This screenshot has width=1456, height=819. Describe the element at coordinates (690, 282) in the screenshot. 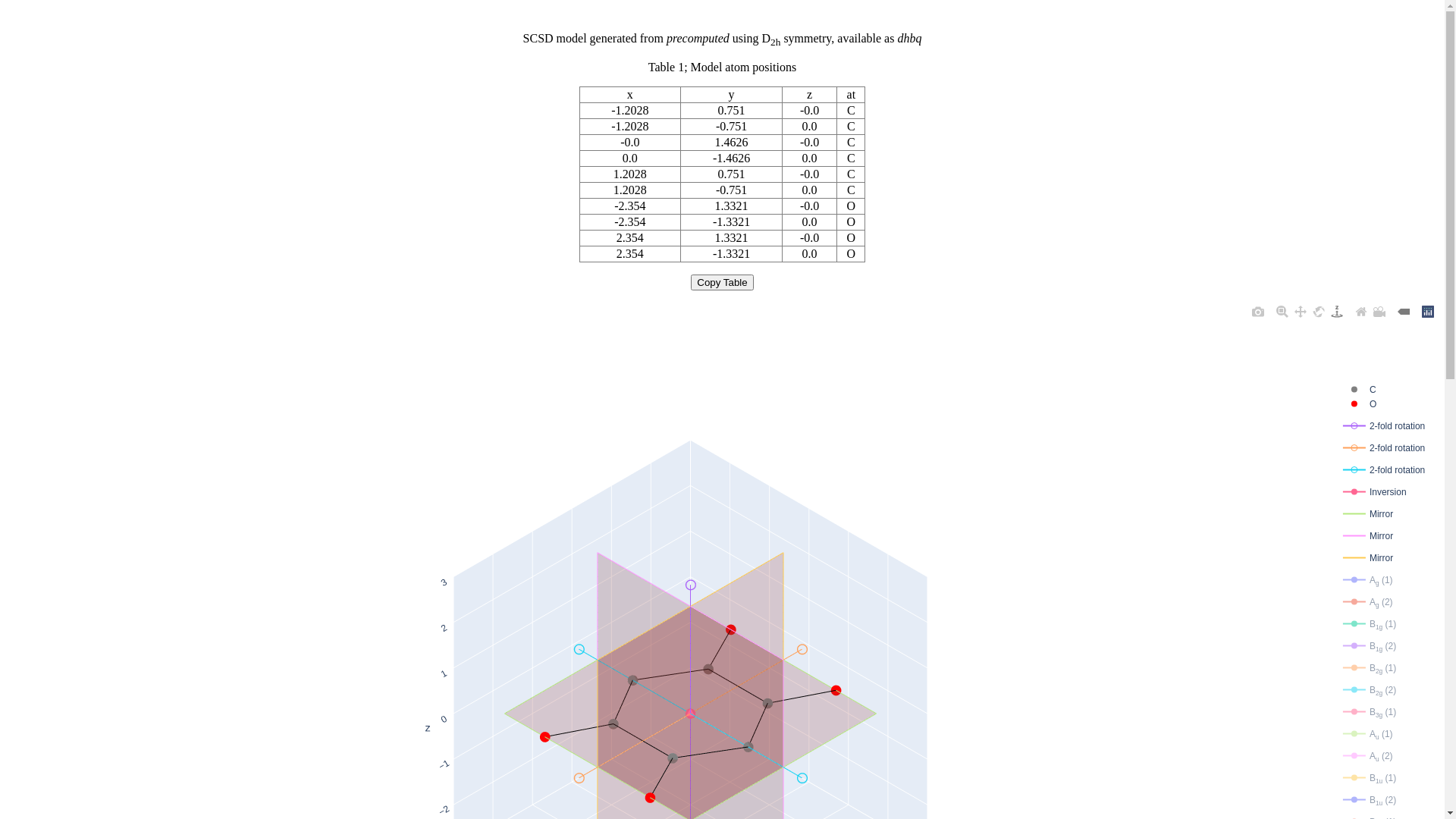

I see `'Copy Table'` at that location.